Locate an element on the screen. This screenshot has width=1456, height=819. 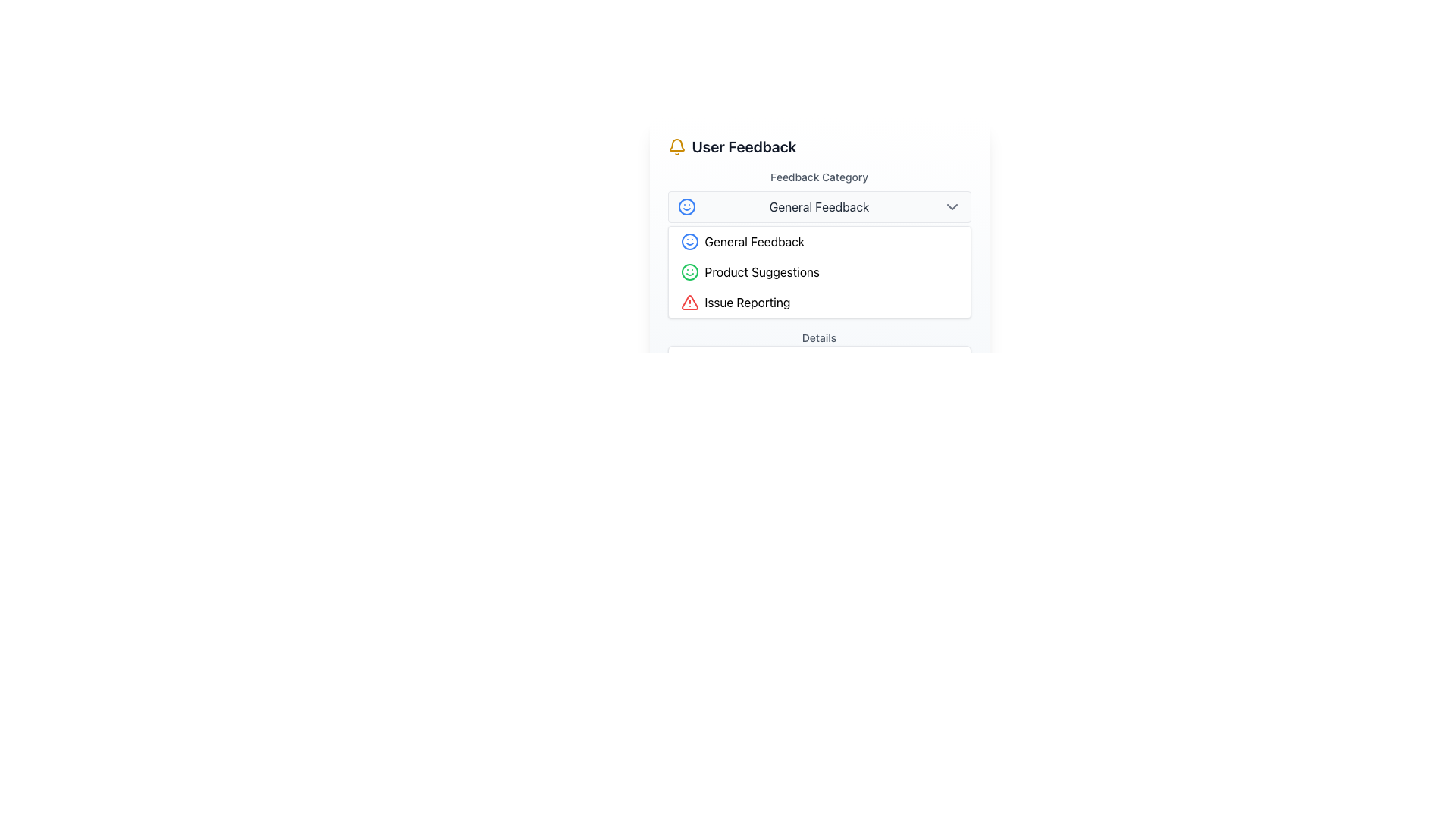
the 'Issue Reporting' selectable list item, which features a red warning triangle icon followed by the text is located at coordinates (818, 302).